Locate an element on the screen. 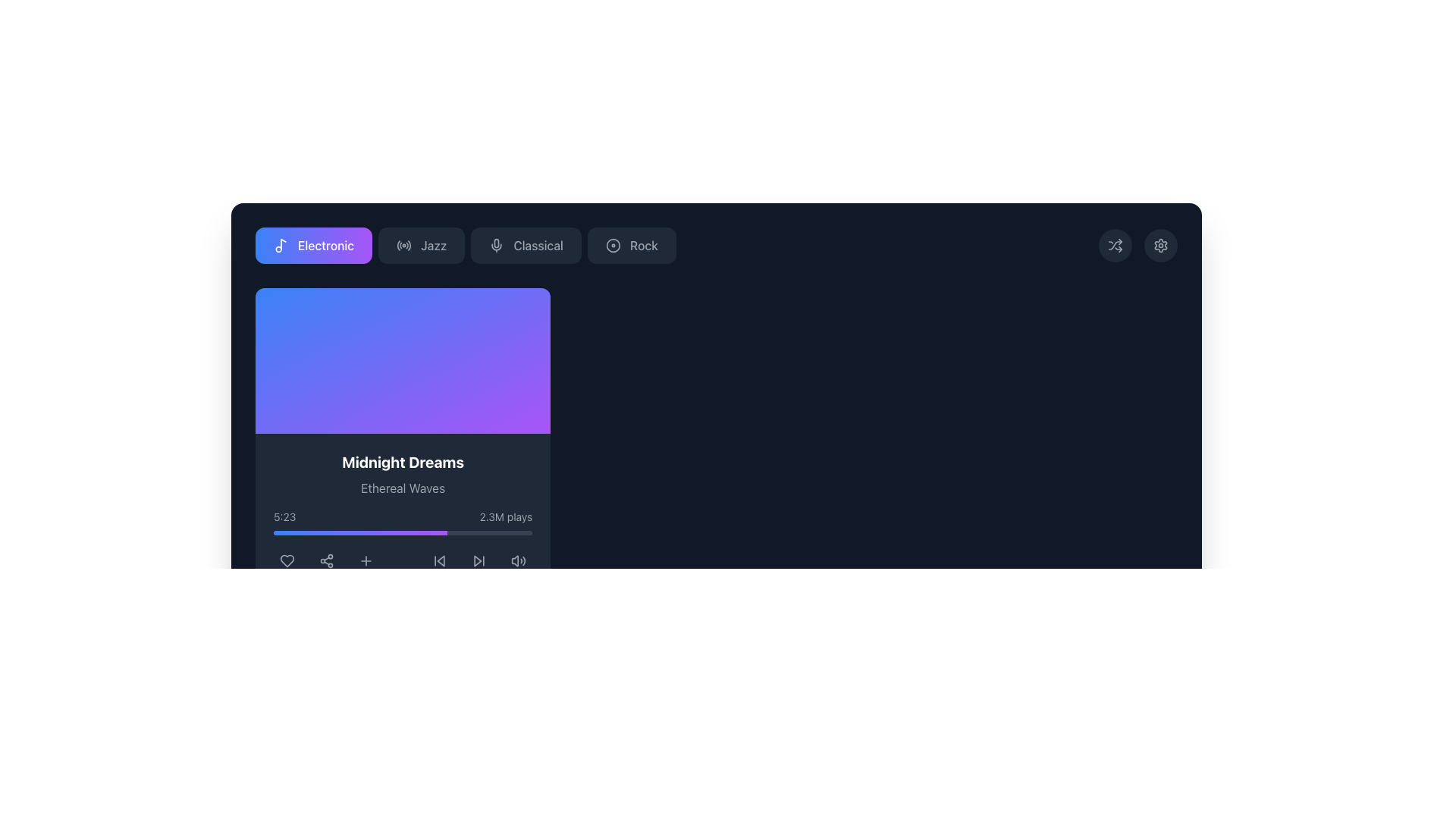 The width and height of the screenshot is (1456, 819). the circular button with a dark gray background and an icon of two interweaving arrows is located at coordinates (1115, 245).